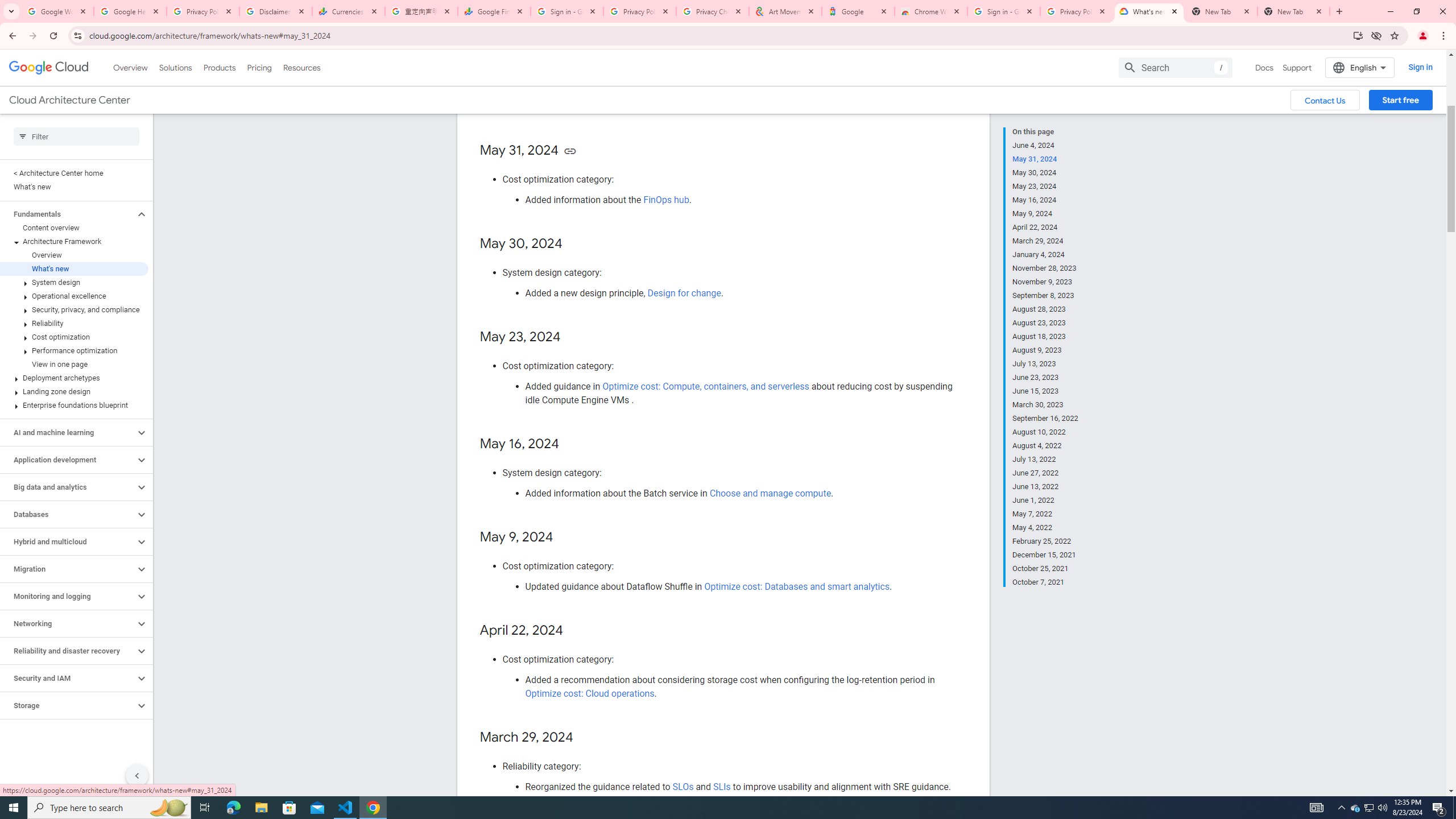  What do you see at coordinates (67, 651) in the screenshot?
I see `'Reliability and disaster recovery'` at bounding box center [67, 651].